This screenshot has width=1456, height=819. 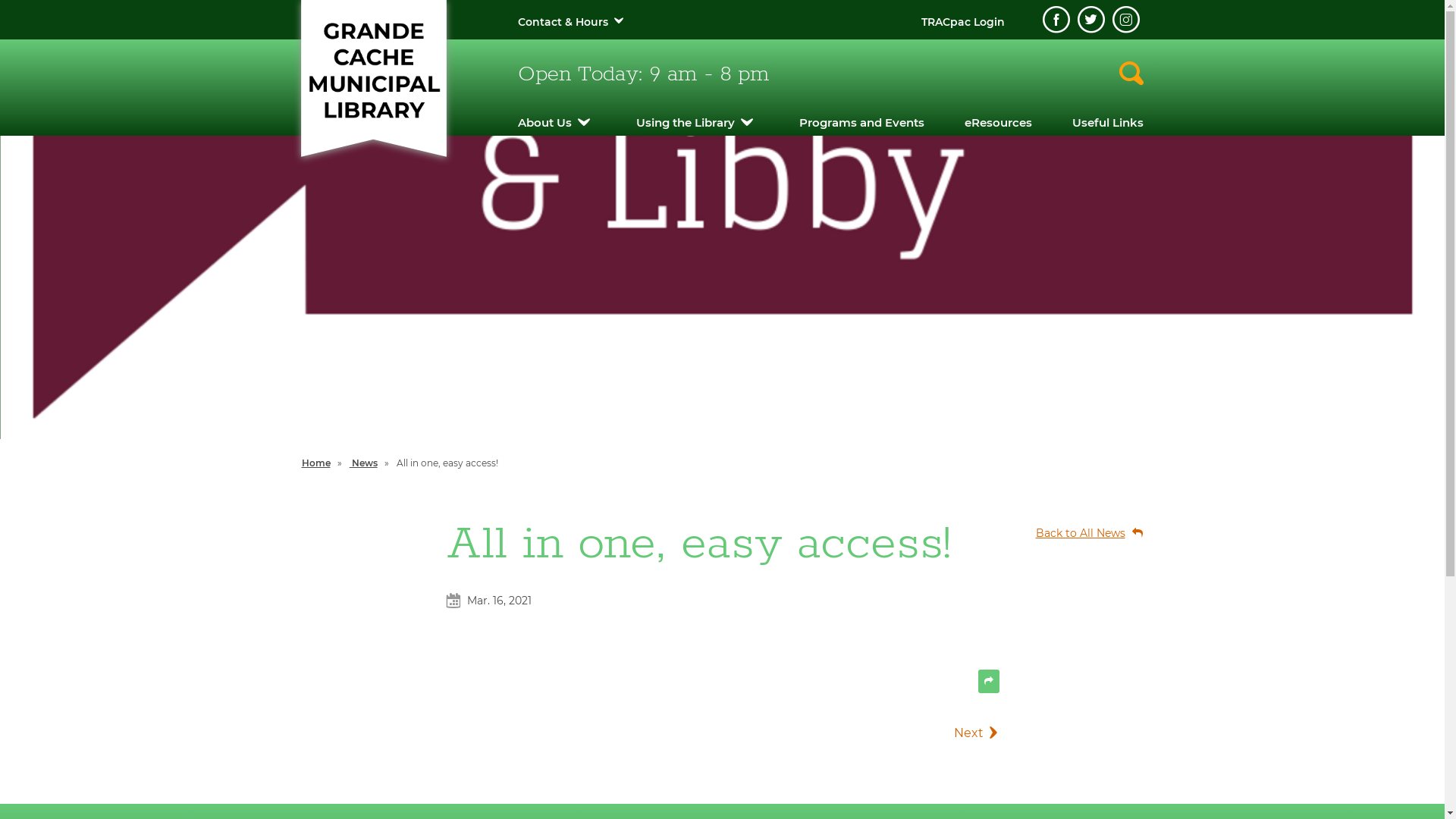 I want to click on 'Programs and Events', so click(x=799, y=121).